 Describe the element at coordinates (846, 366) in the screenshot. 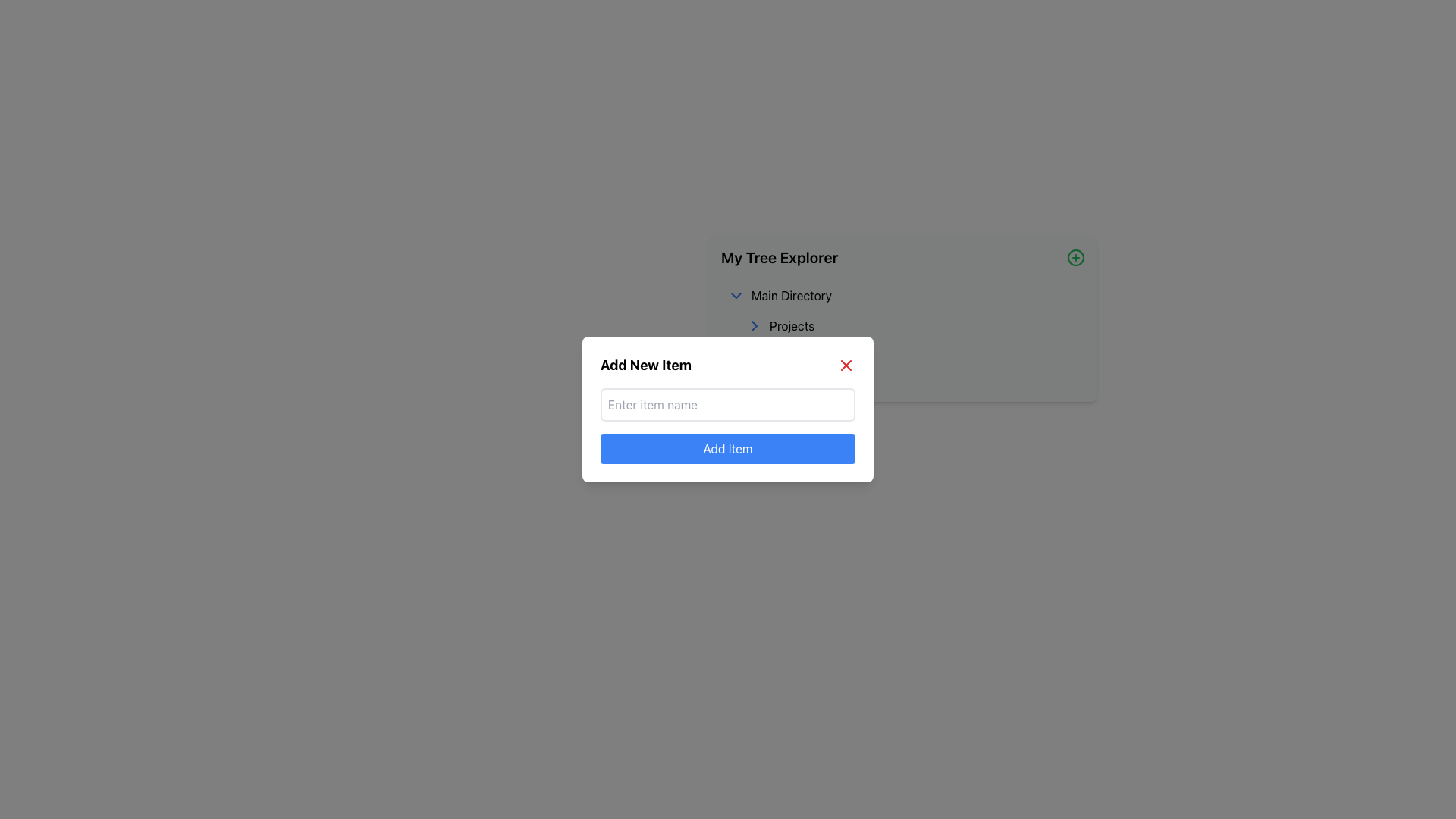

I see `the red cross-shaped button at the top-right corner of the 'Add New Item' dialog` at that location.